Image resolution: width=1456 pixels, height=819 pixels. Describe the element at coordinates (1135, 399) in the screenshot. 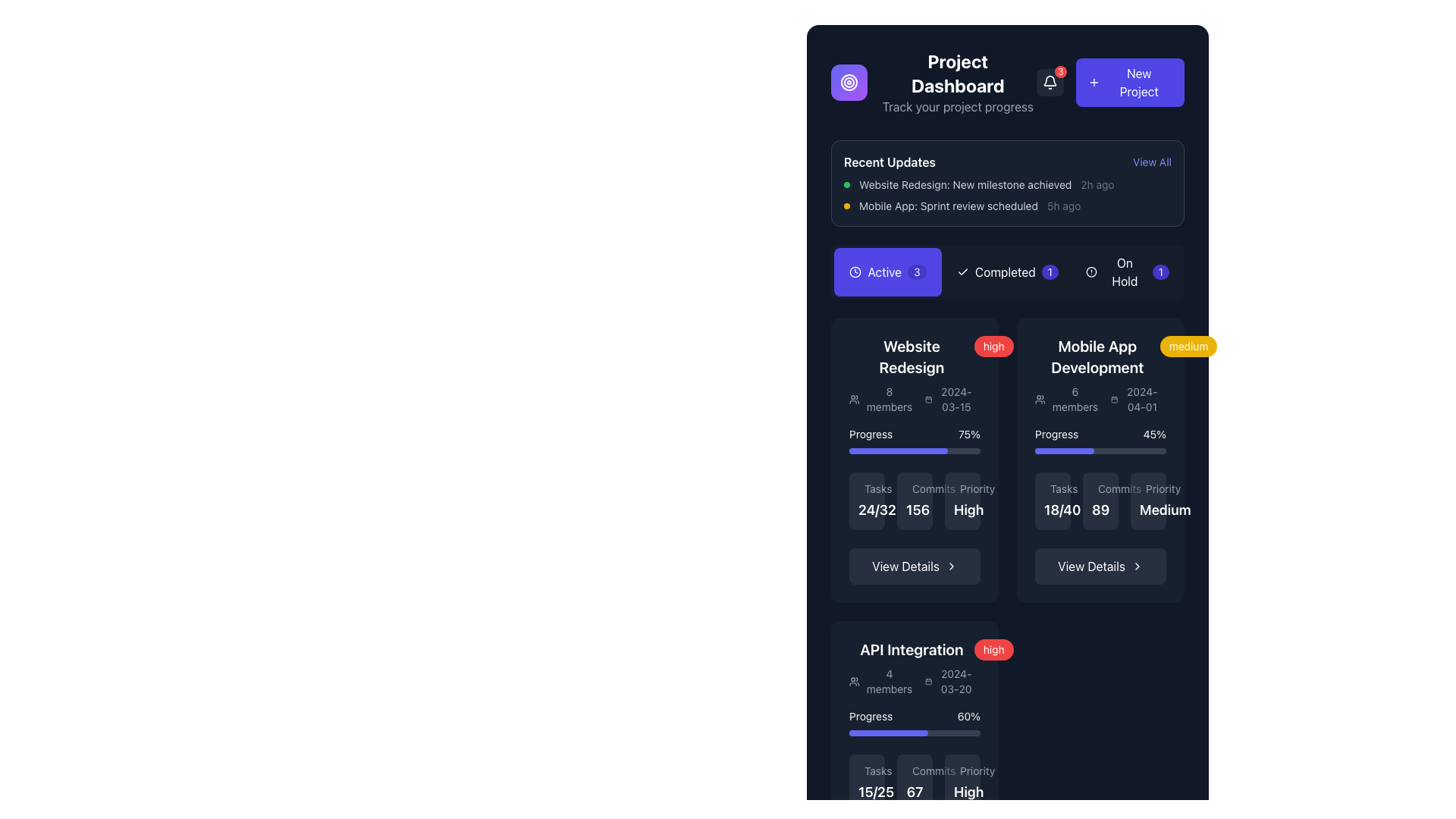

I see `or interpret the calendar icon located next to the date text '2024-04-01'` at that location.